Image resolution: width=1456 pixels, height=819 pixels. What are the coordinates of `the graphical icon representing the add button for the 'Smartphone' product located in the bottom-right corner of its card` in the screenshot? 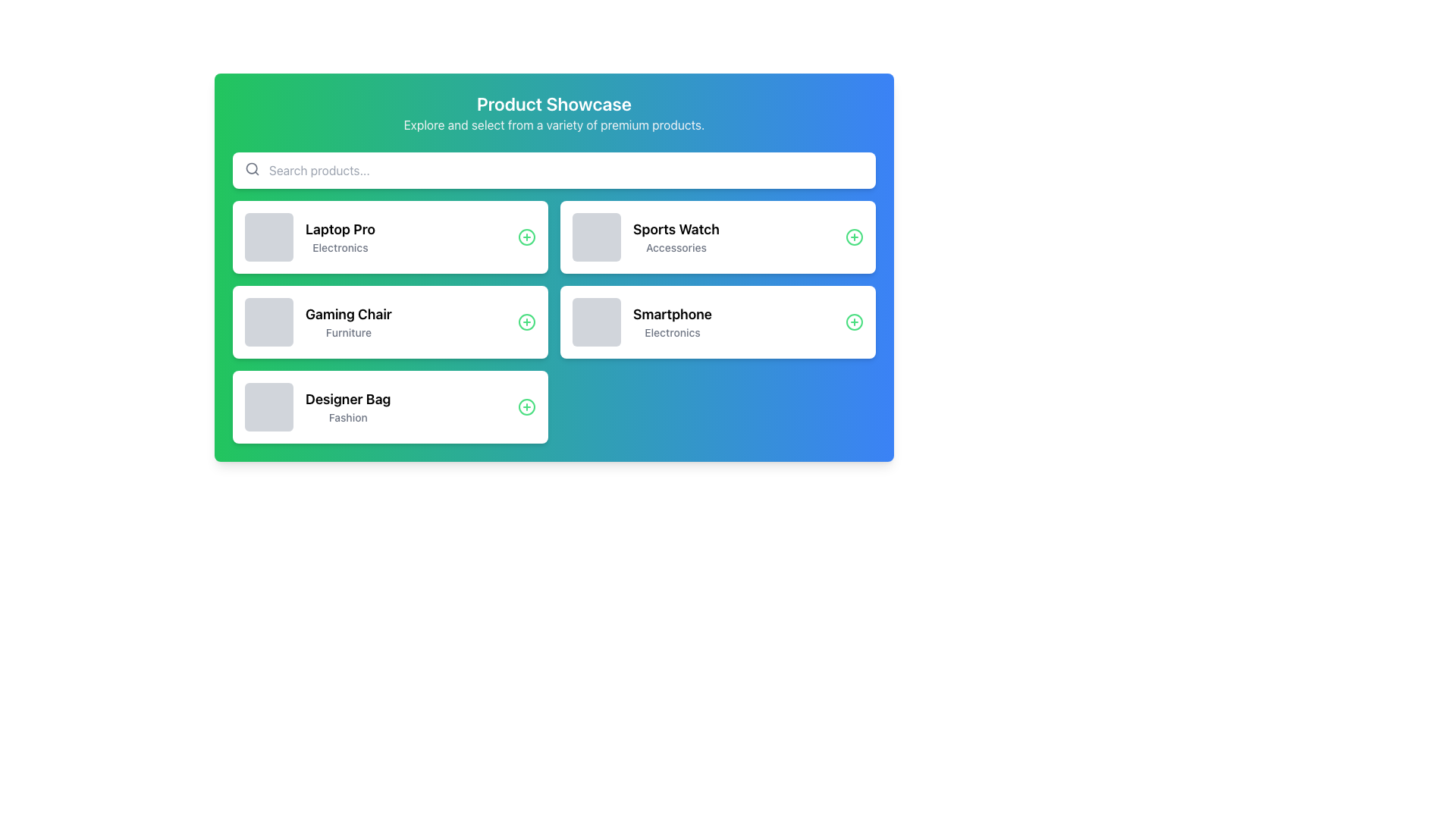 It's located at (855, 321).